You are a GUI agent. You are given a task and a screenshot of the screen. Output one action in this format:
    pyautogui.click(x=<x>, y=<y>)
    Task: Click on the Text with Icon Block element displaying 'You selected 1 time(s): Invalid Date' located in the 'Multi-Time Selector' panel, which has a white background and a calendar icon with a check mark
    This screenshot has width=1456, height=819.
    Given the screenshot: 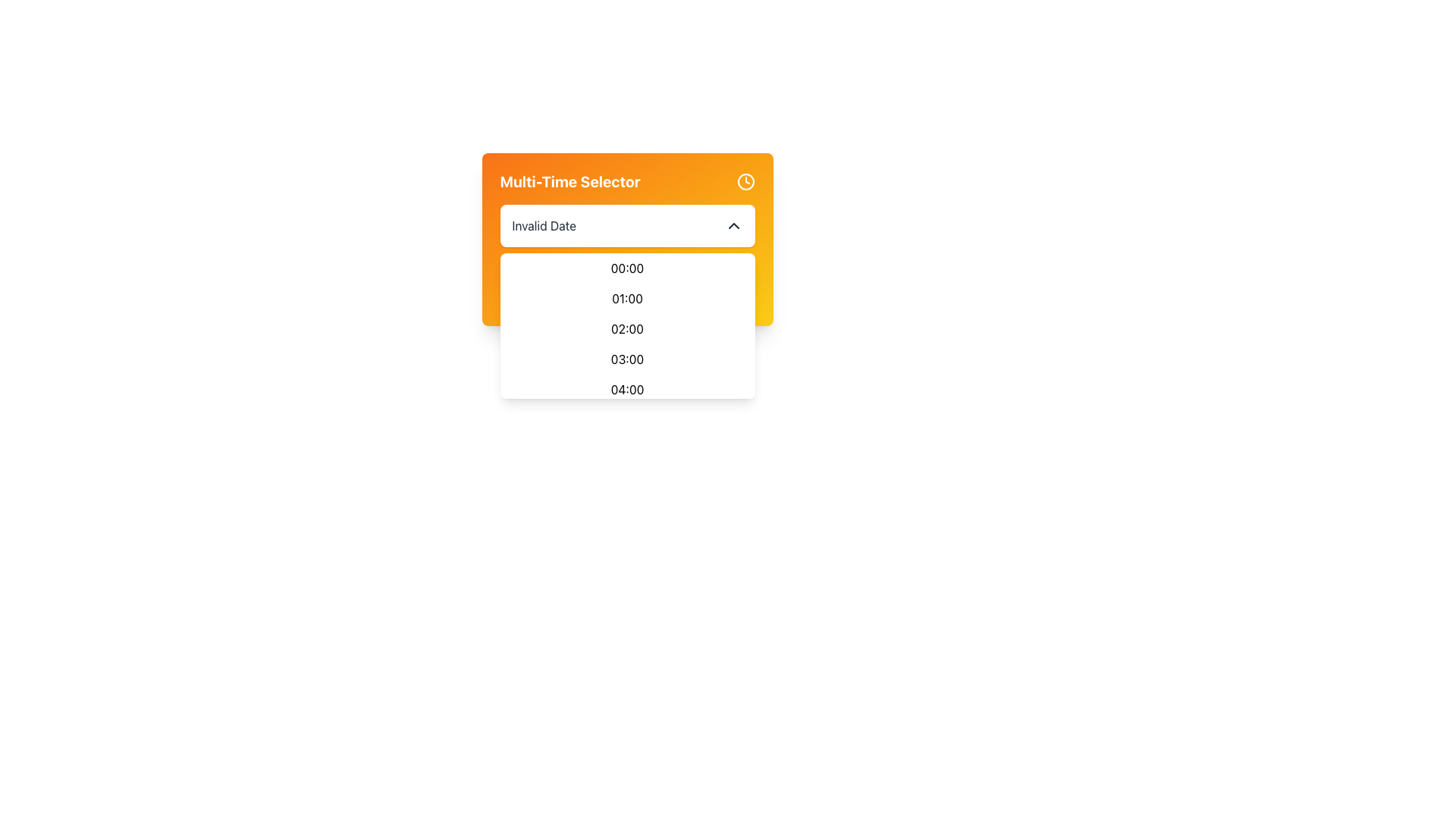 What is the action you would take?
    pyautogui.click(x=627, y=287)
    